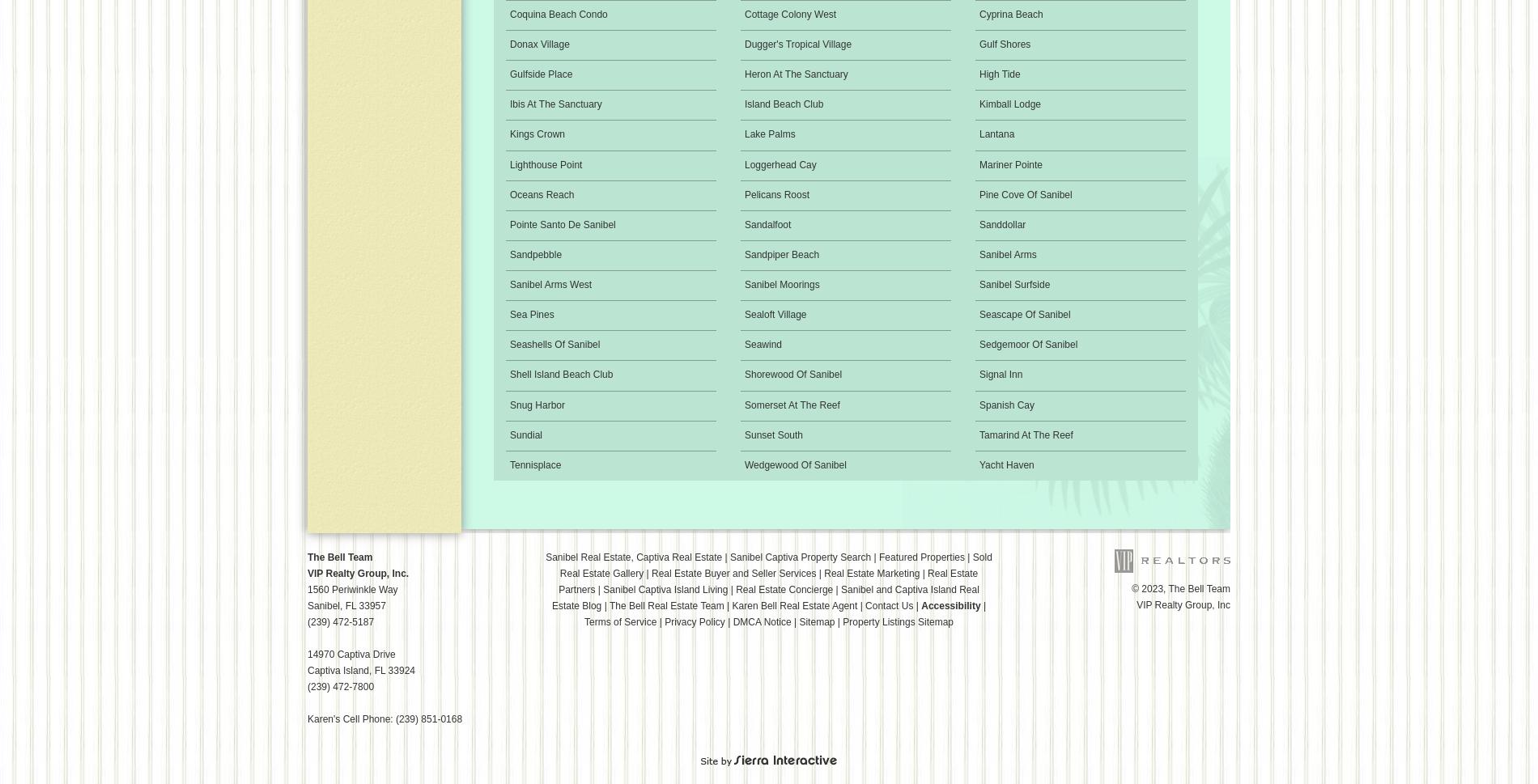  Describe the element at coordinates (510, 252) in the screenshot. I see `'Sandpebble'` at that location.